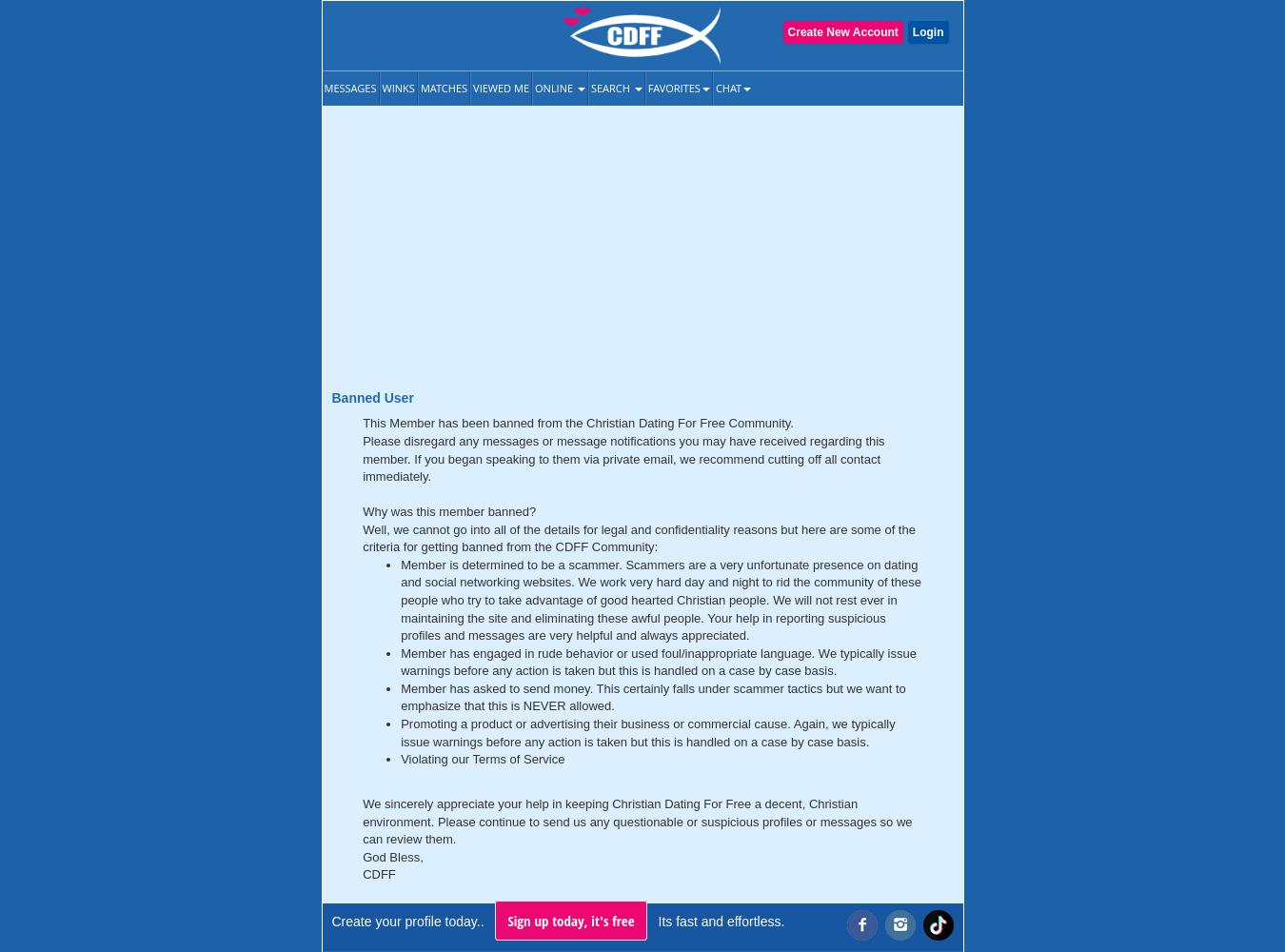 The height and width of the screenshot is (952, 1285). Describe the element at coordinates (443, 87) in the screenshot. I see `'Matches'` at that location.